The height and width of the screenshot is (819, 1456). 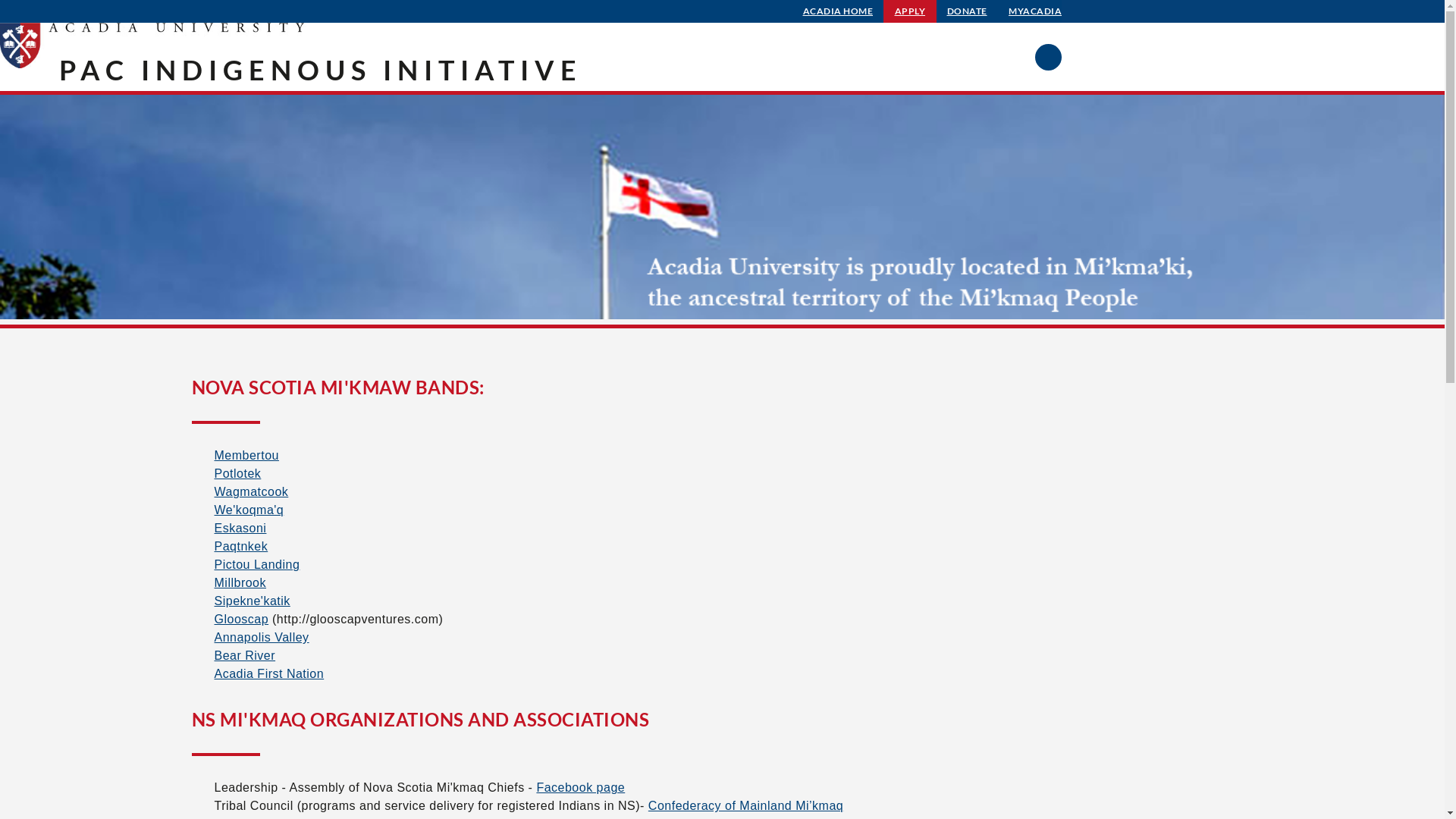 I want to click on 'Acadia First Nation', so click(x=268, y=673).